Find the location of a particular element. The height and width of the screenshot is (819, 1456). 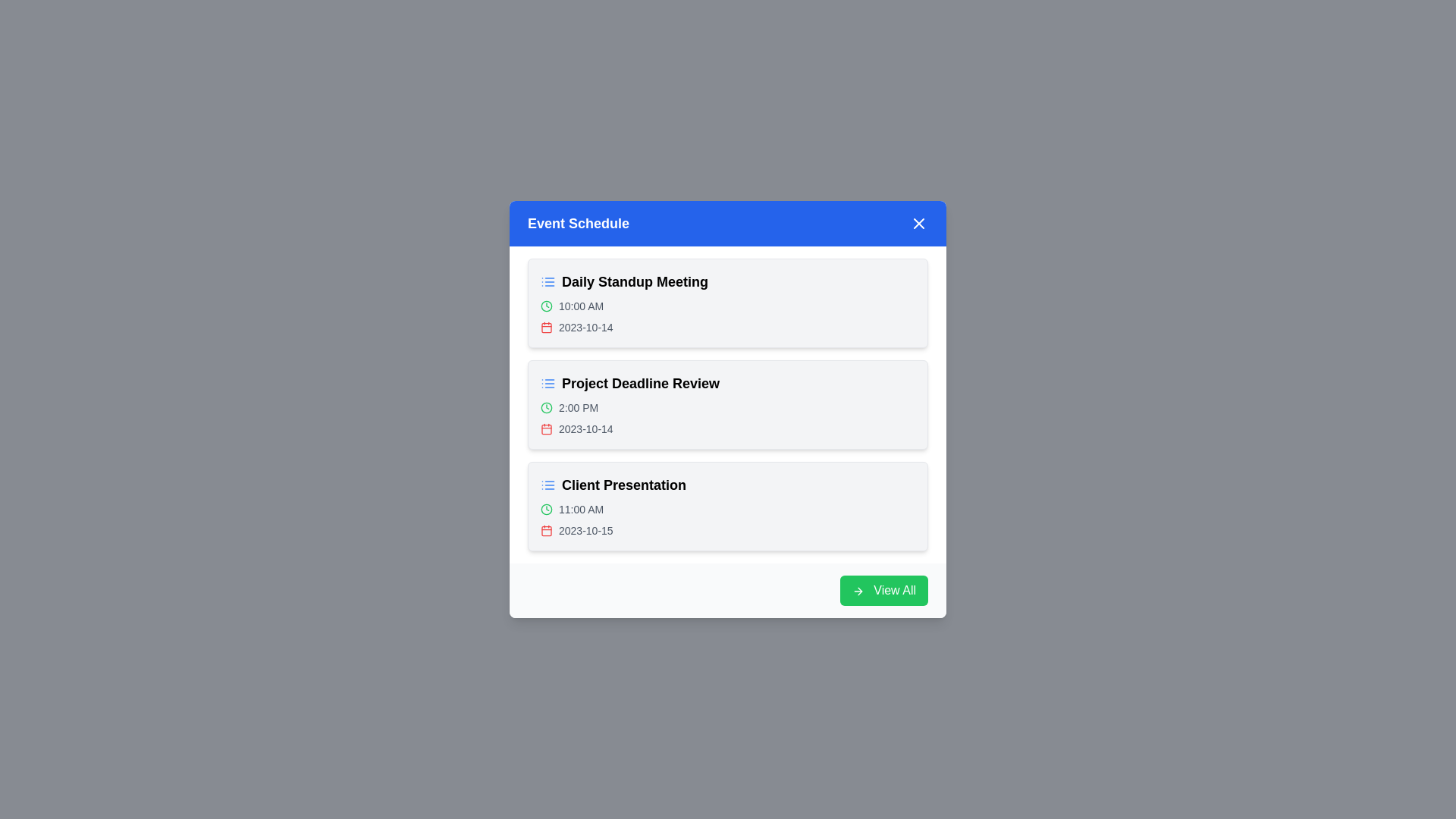

the calendar date icon located to the left of the date 2023-10-14 and below the time 10:00 AM in the first event entry of the event schedule list is located at coordinates (546, 327).